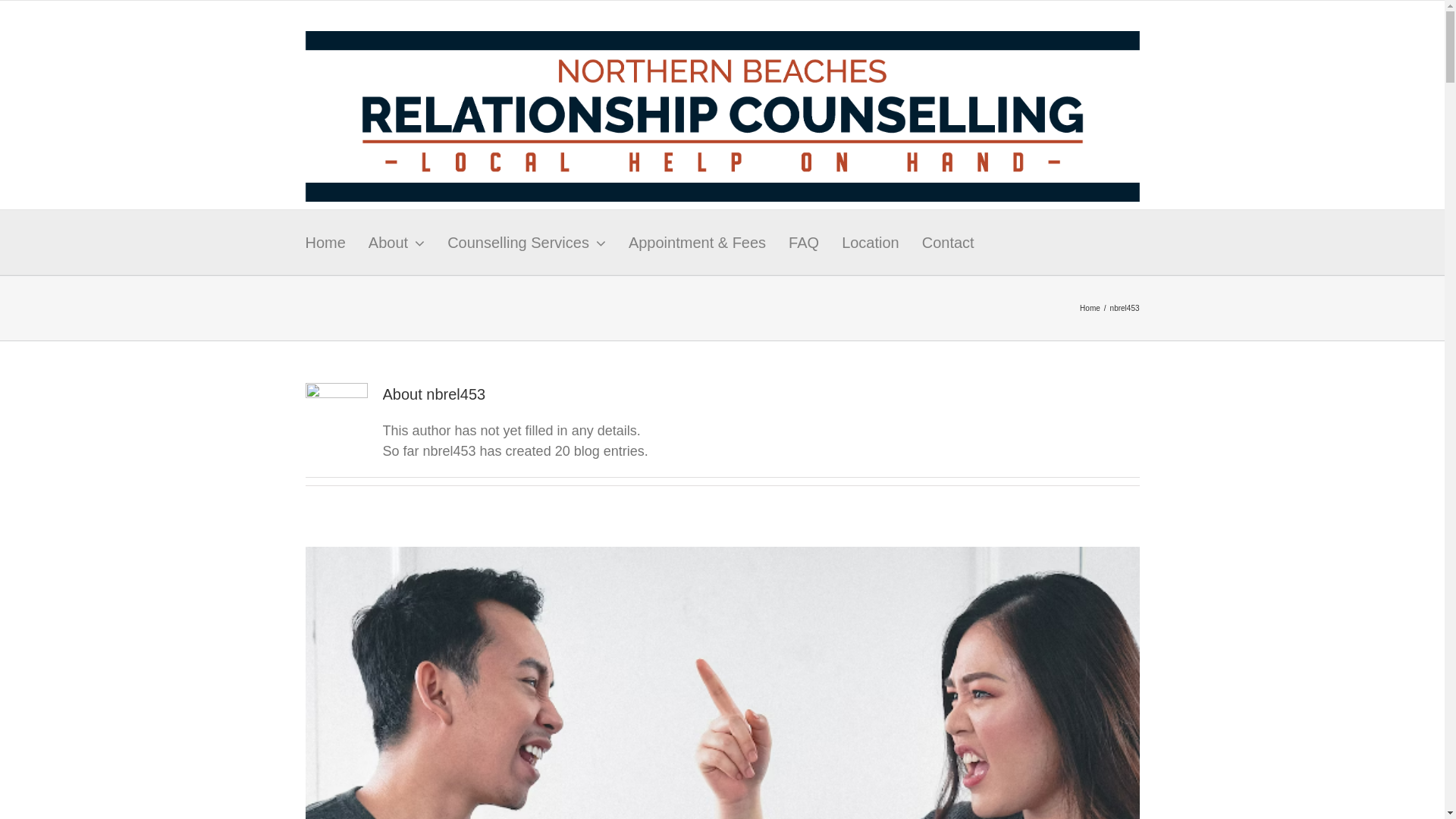  Describe the element at coordinates (803, 241) in the screenshot. I see `'FAQ'` at that location.